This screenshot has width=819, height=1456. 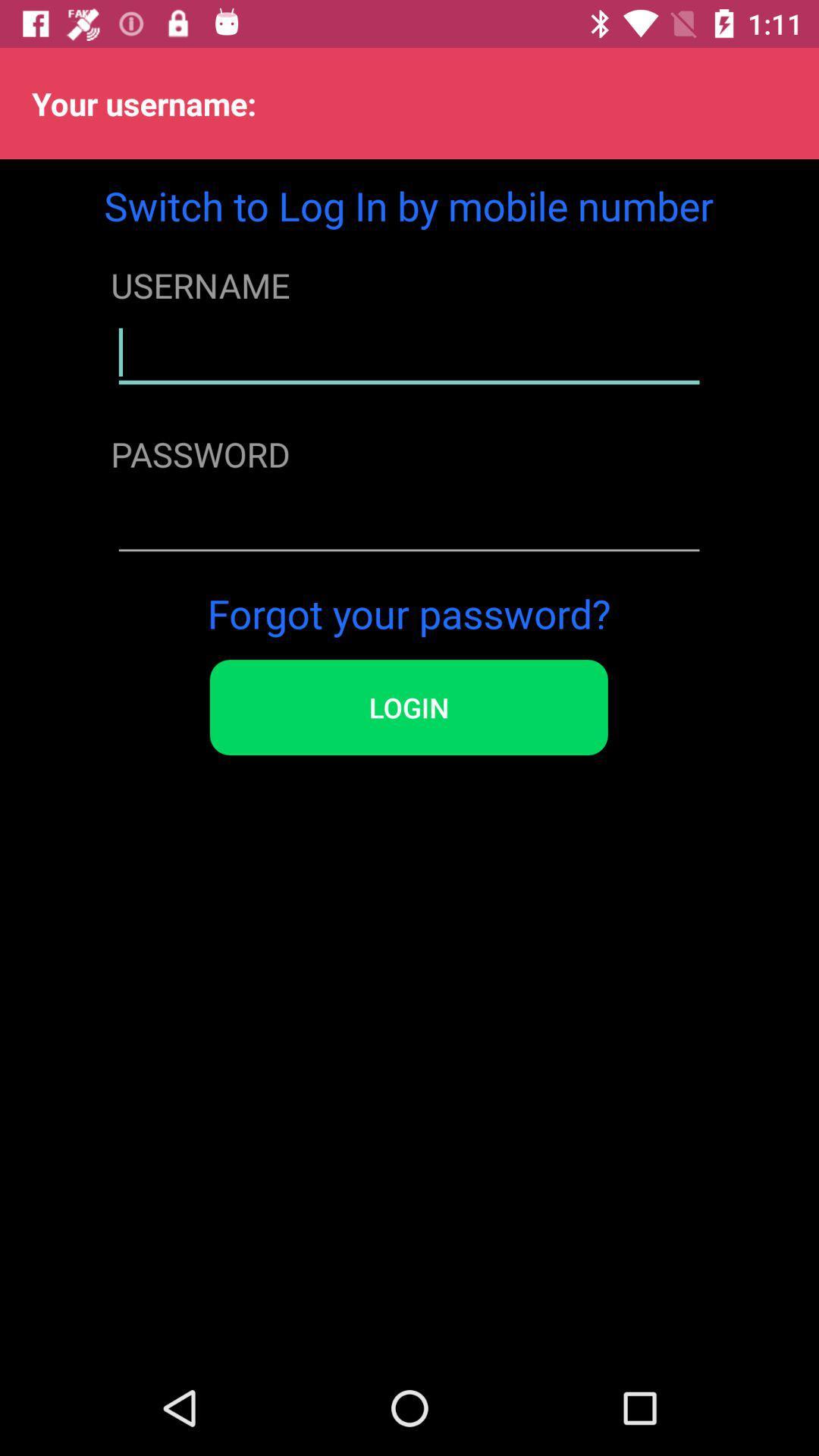 I want to click on the icon below your username: app, so click(x=408, y=205).